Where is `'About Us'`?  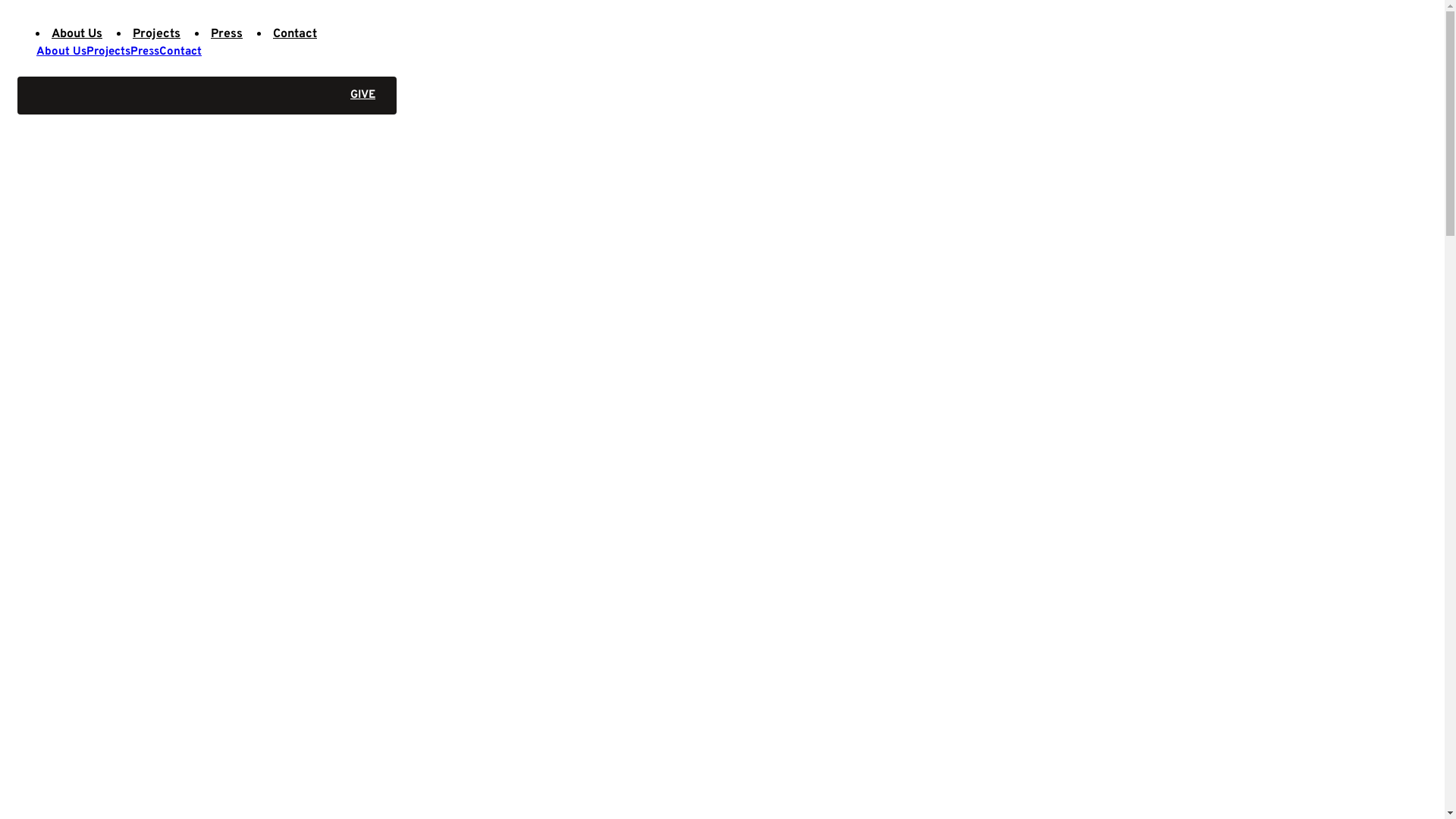
'About Us' is located at coordinates (61, 51).